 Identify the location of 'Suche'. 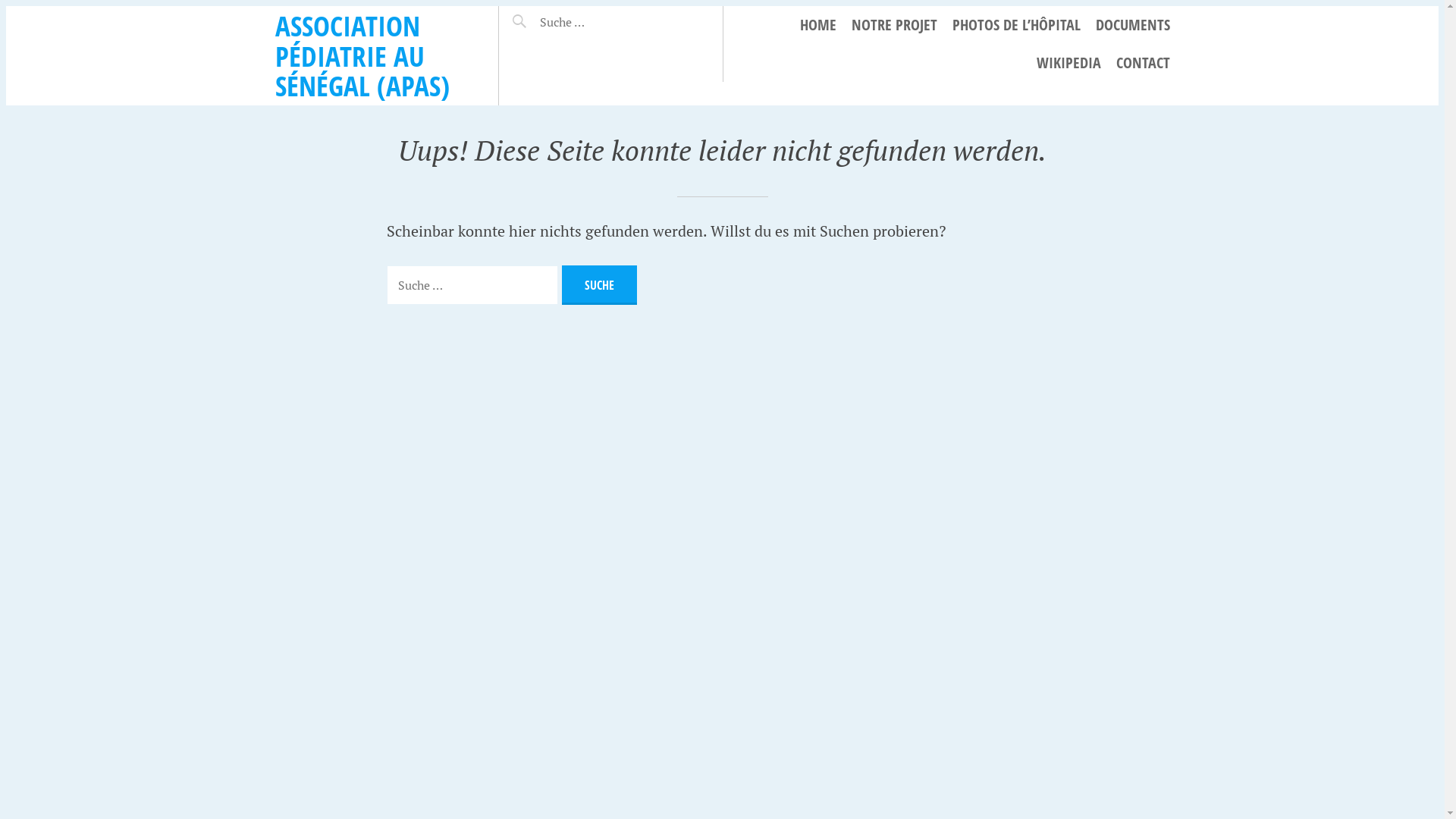
(537, 15).